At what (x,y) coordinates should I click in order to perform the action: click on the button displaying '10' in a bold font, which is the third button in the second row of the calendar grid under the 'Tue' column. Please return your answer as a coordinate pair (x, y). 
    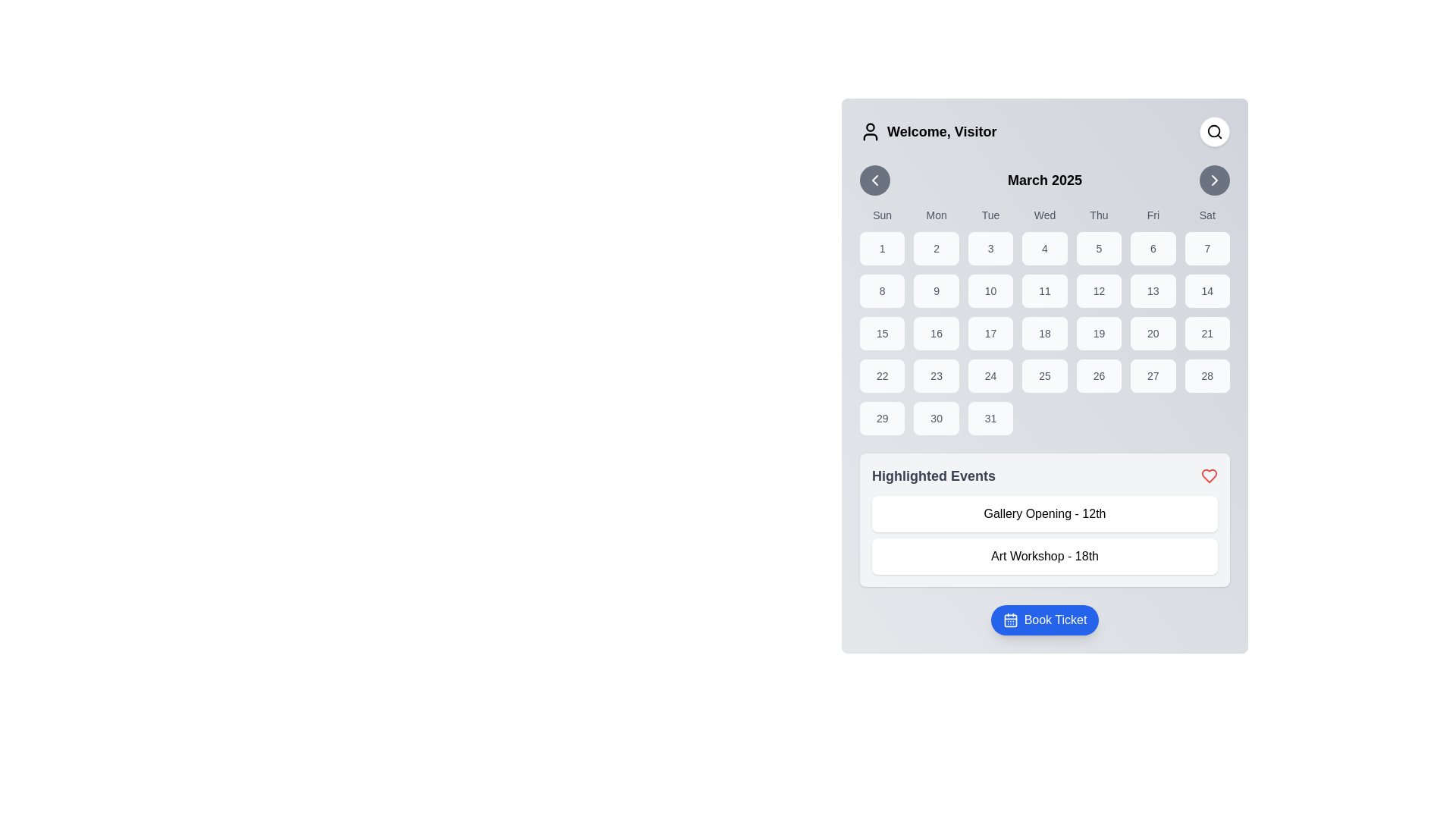
    Looking at the image, I should click on (990, 291).